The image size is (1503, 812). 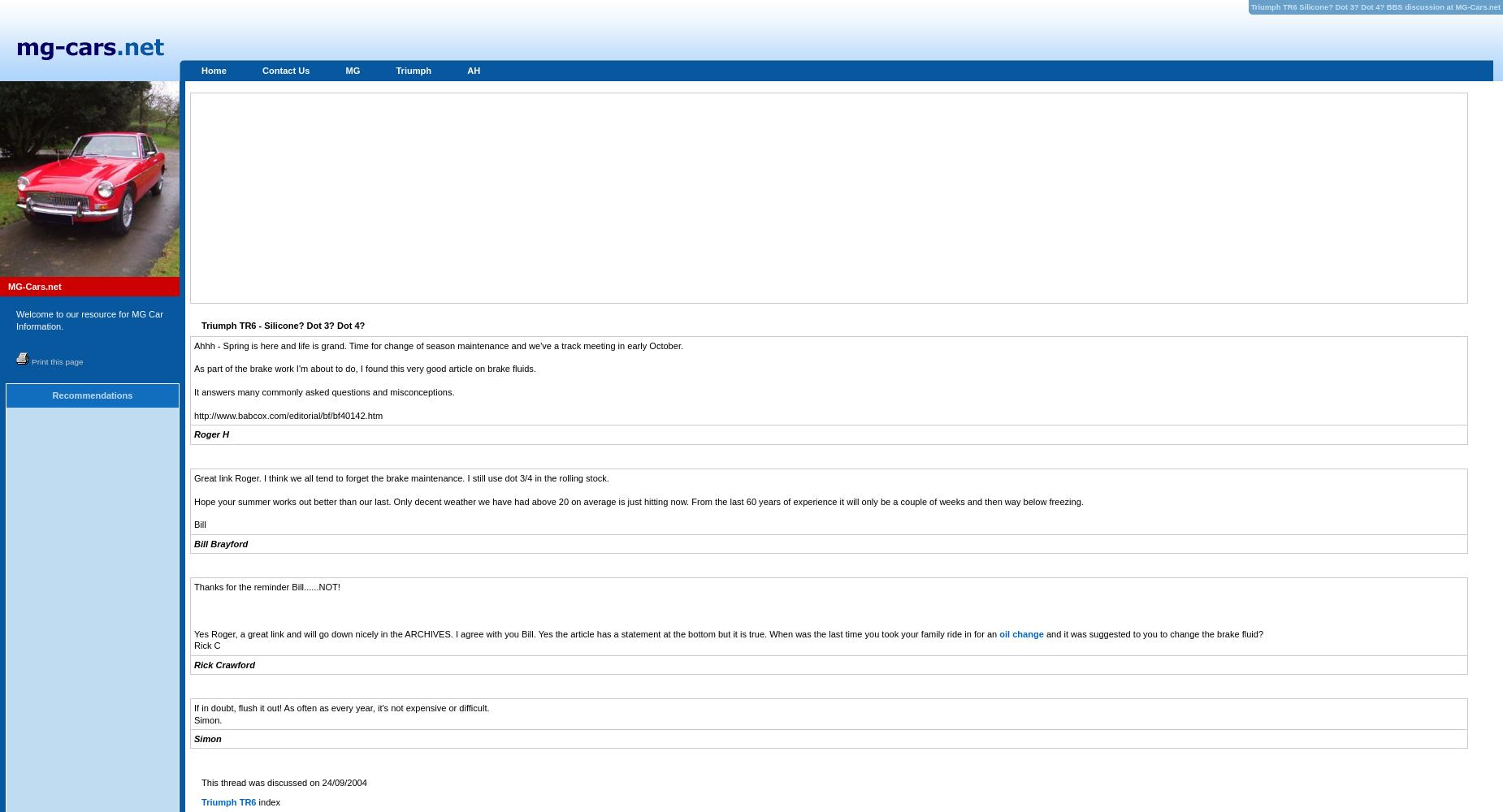 What do you see at coordinates (323, 391) in the screenshot?
I see `'It answers many commonly asked questions and misconceptions.'` at bounding box center [323, 391].